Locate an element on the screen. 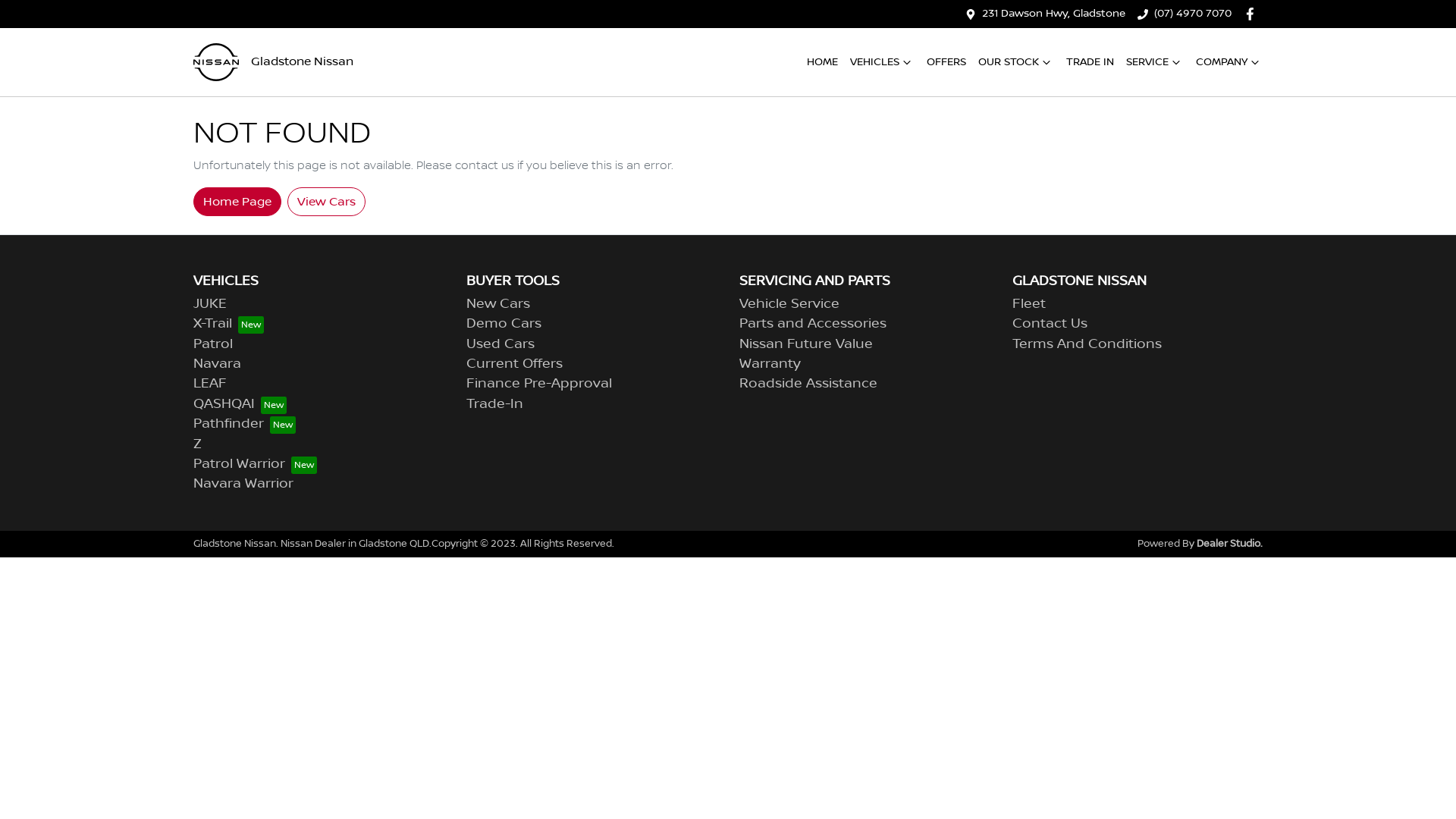 This screenshot has height=819, width=1456. 'JUKE' is located at coordinates (209, 304).